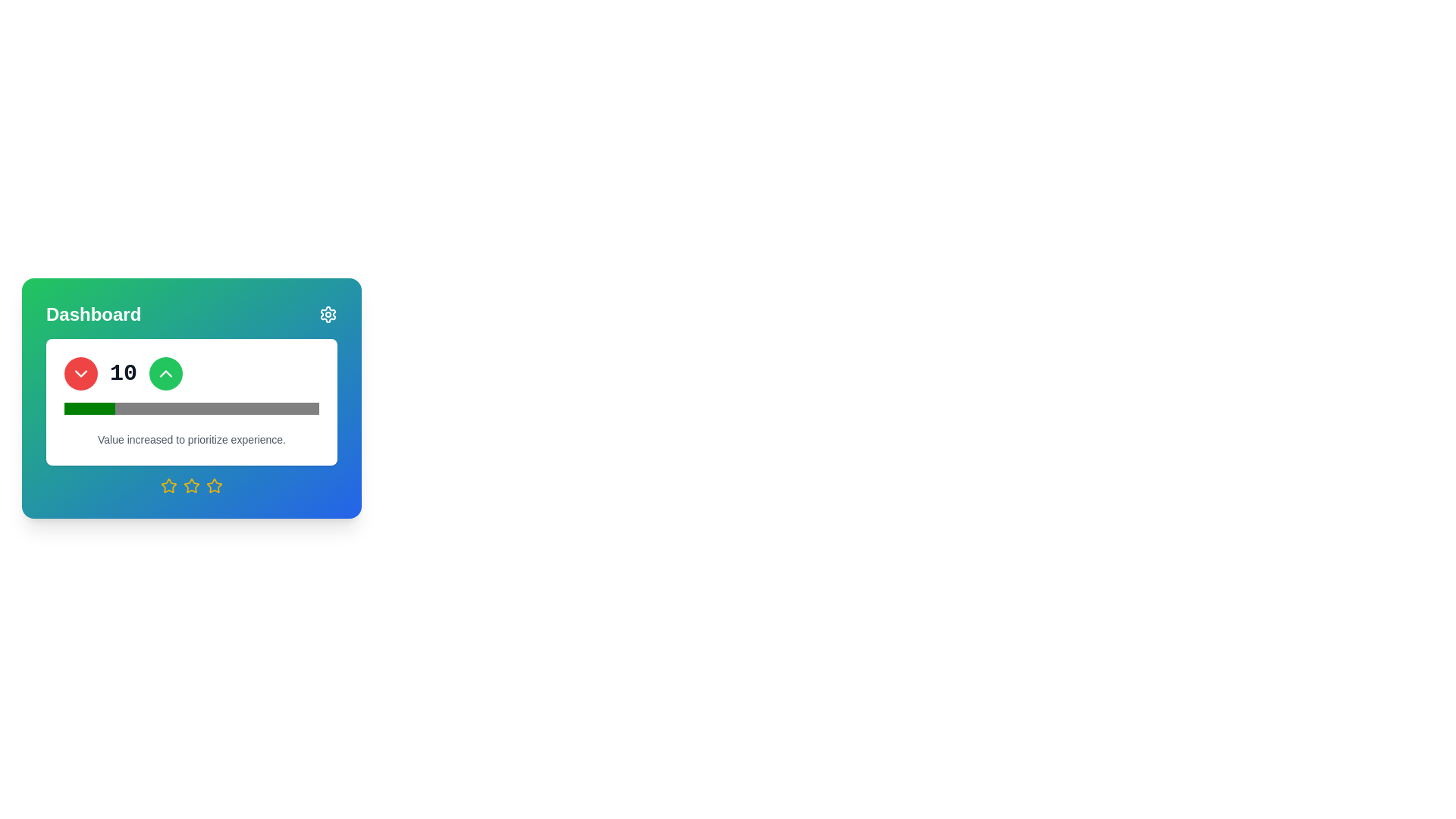  What do you see at coordinates (80, 374) in the screenshot?
I see `the circular red button with a white downward-pointing chevron icon to decrement the displayed value of '10'` at bounding box center [80, 374].